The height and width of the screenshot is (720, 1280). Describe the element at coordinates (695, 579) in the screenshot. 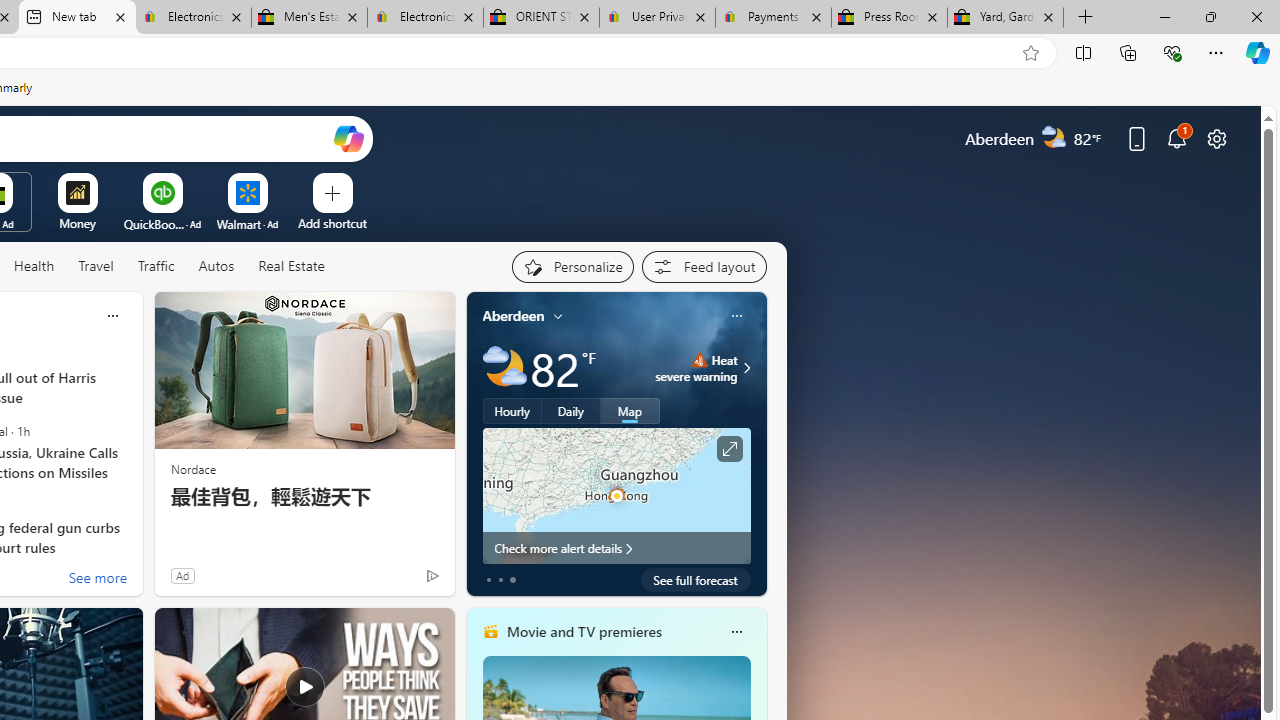

I see `'See full forecast'` at that location.